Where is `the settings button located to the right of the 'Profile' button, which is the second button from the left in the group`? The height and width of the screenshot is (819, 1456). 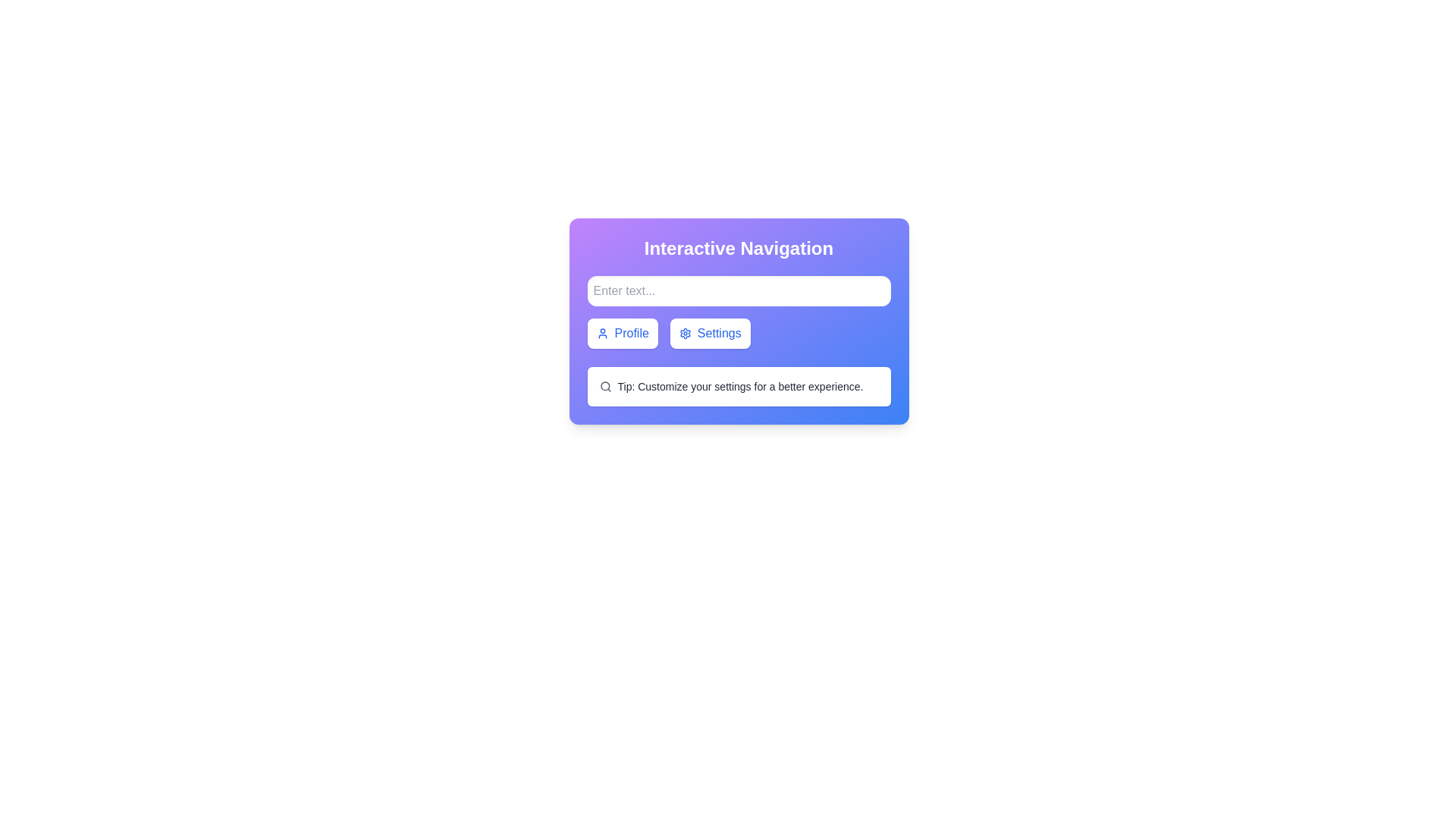 the settings button located to the right of the 'Profile' button, which is the second button from the left in the group is located at coordinates (709, 332).